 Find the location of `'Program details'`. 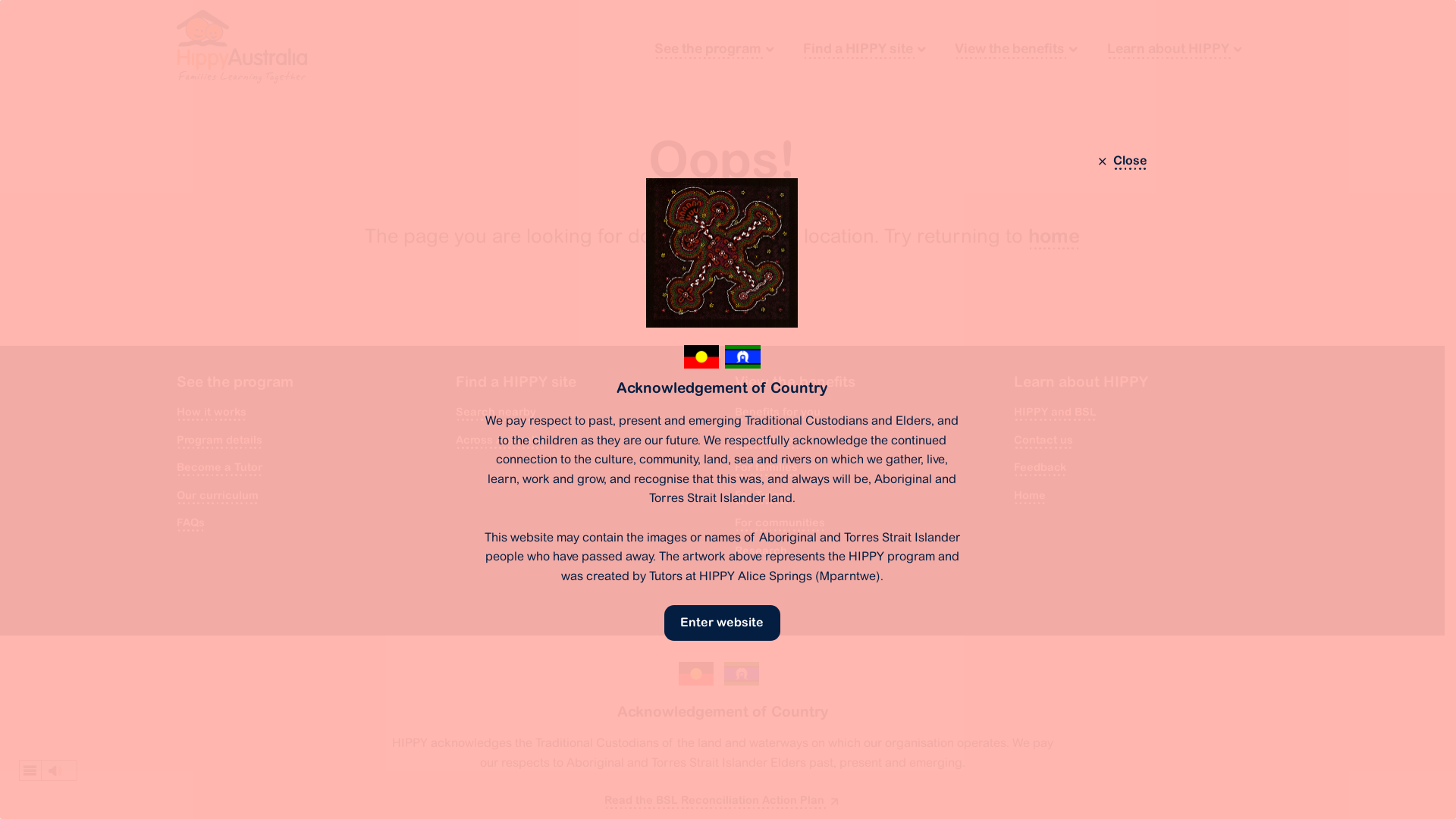

'Program details' is located at coordinates (218, 439).